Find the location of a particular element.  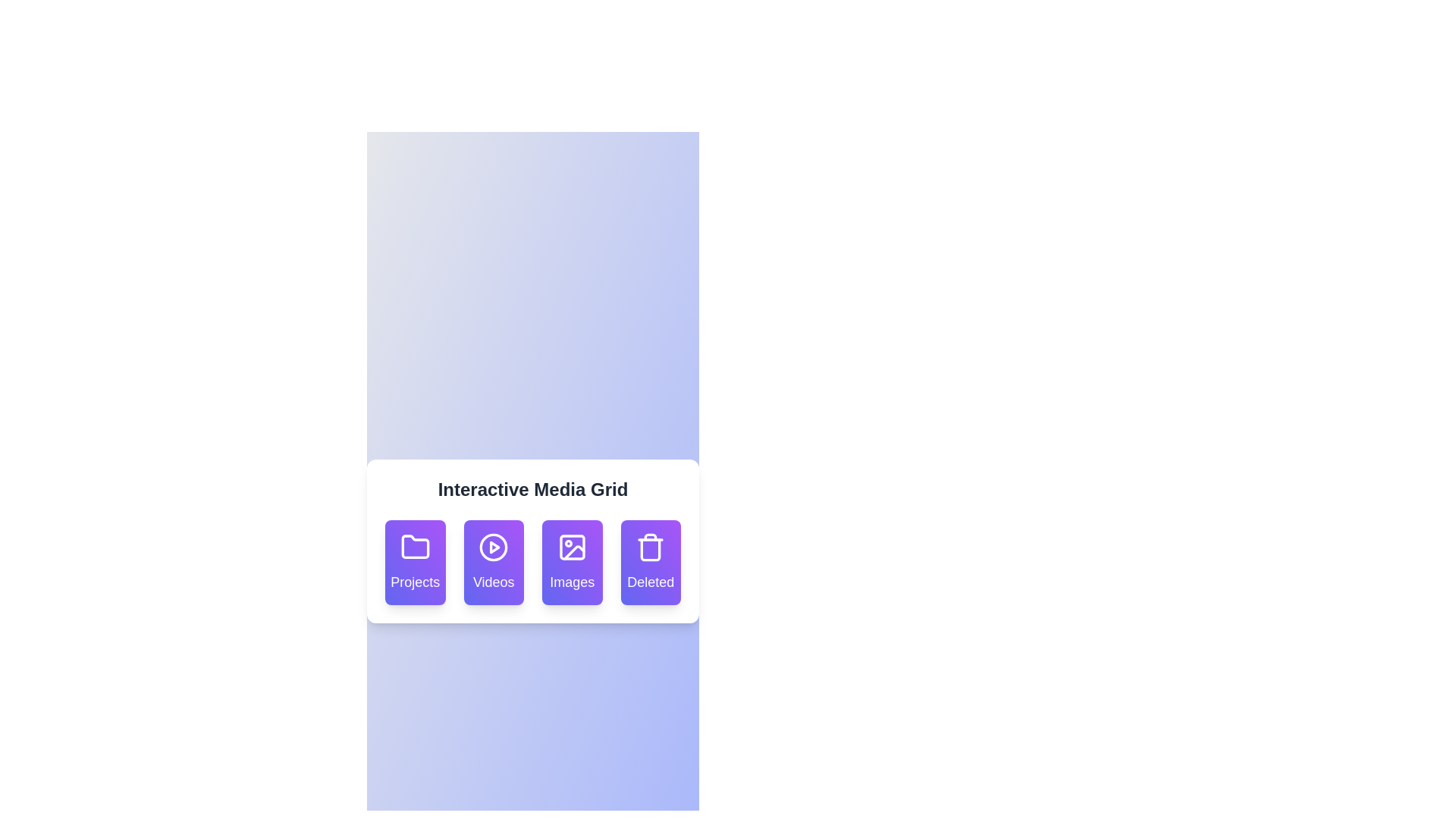

the rectangular button with rounded corners, featuring a gradient from indigo to purple and labeled 'Images', to trigger a tooltip or effect is located at coordinates (571, 562).